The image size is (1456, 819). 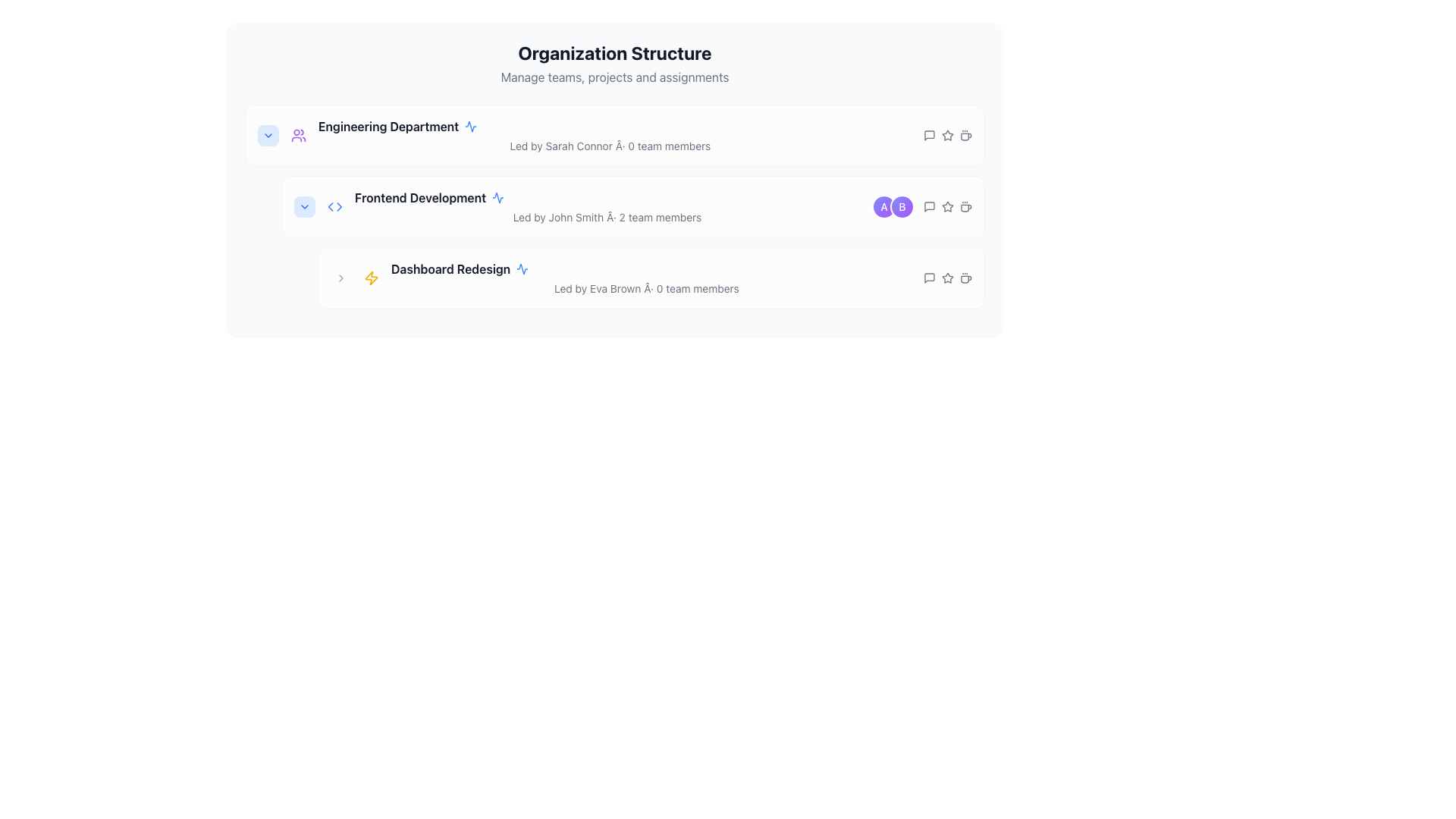 What do you see at coordinates (928, 134) in the screenshot?
I see `the messaging or comments SVG icon located on the right side of the 'Engineering Department' section for keyboard interactions` at bounding box center [928, 134].